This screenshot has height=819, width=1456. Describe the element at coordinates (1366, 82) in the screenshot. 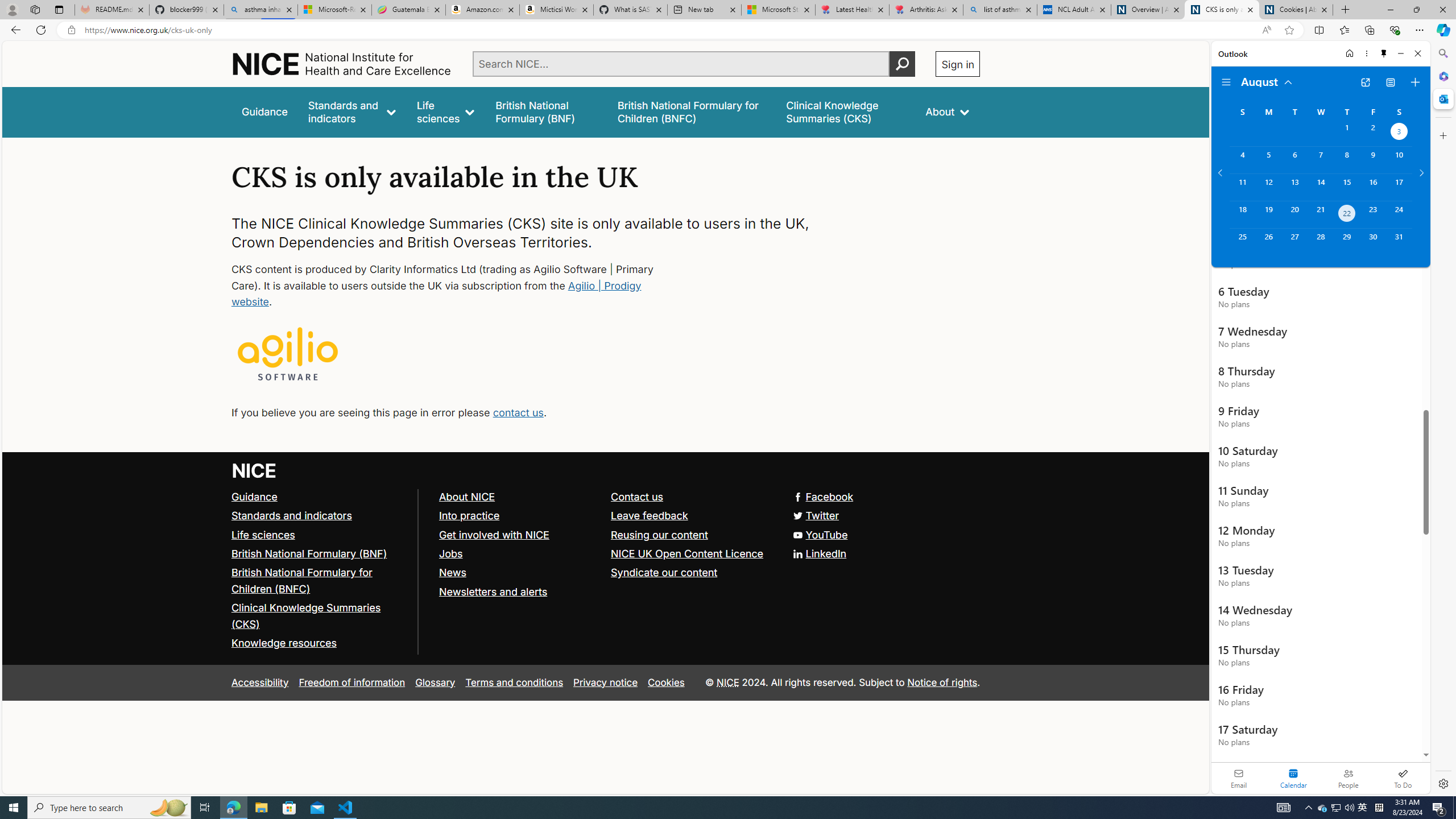

I see `'Open in new tab'` at that location.